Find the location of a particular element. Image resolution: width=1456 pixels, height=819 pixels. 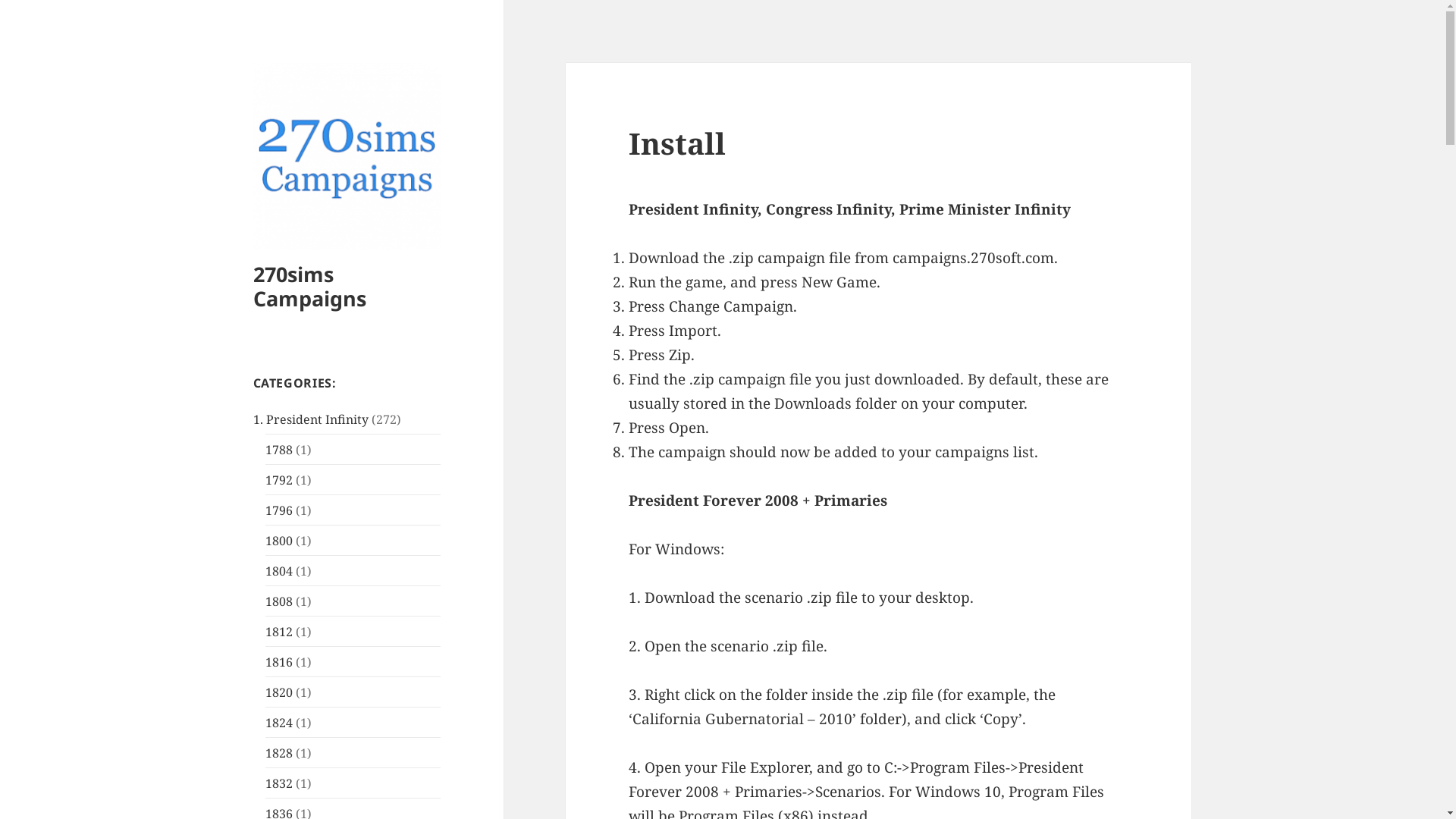

'1792' is located at coordinates (279, 479).